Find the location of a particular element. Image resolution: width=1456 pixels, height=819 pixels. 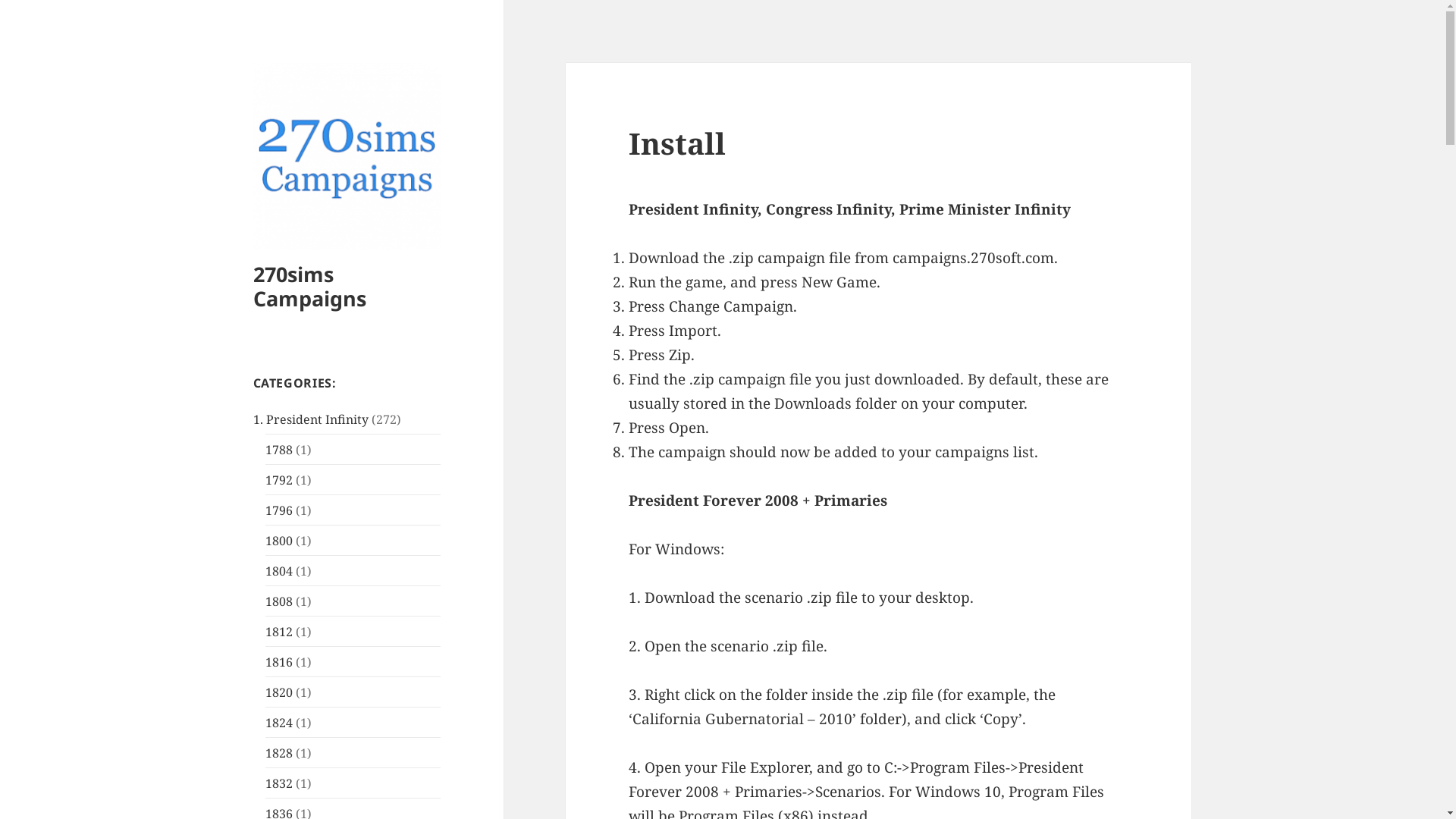

'1792' is located at coordinates (279, 479).